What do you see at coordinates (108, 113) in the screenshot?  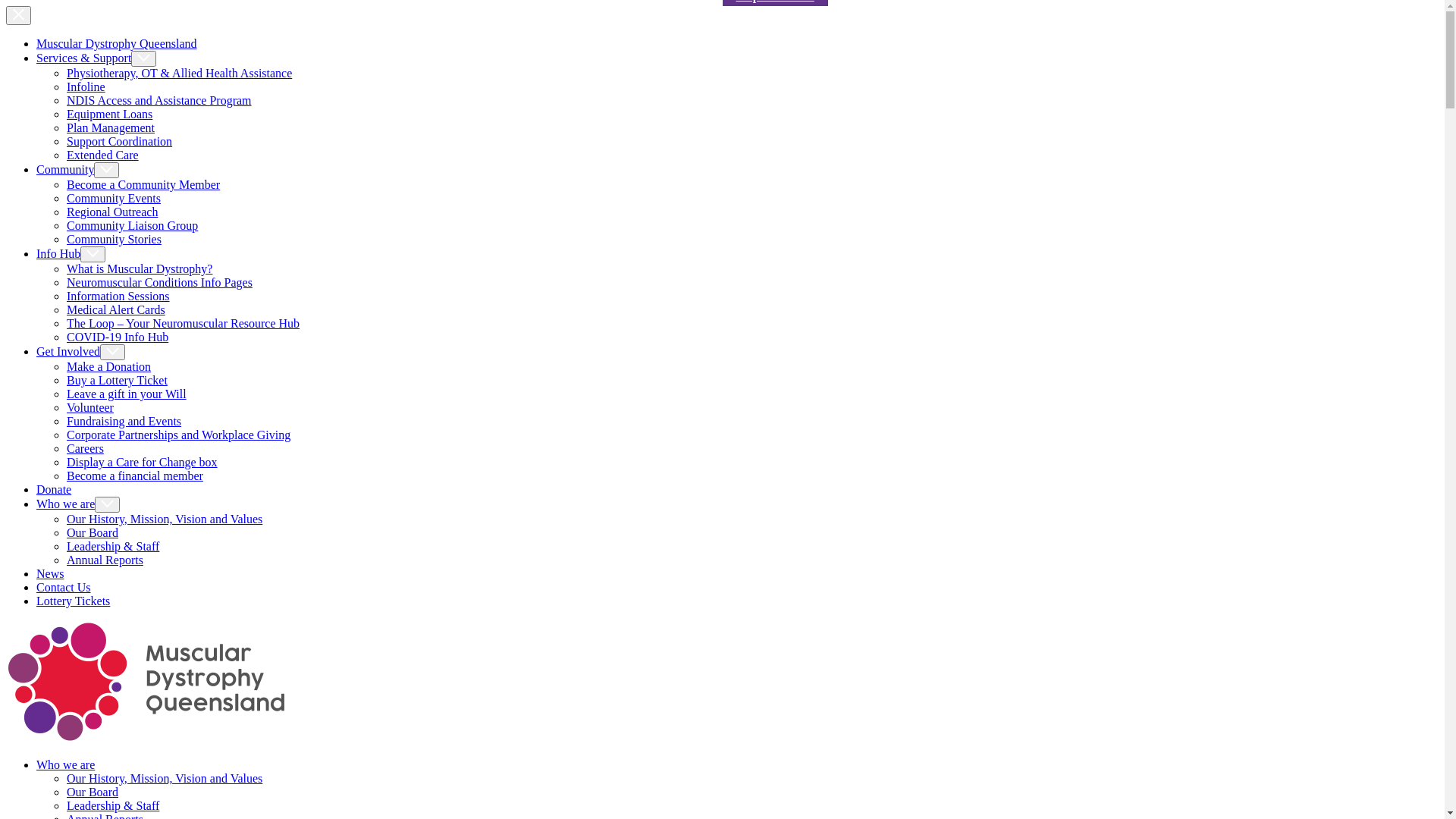 I see `'Equipment Loans'` at bounding box center [108, 113].